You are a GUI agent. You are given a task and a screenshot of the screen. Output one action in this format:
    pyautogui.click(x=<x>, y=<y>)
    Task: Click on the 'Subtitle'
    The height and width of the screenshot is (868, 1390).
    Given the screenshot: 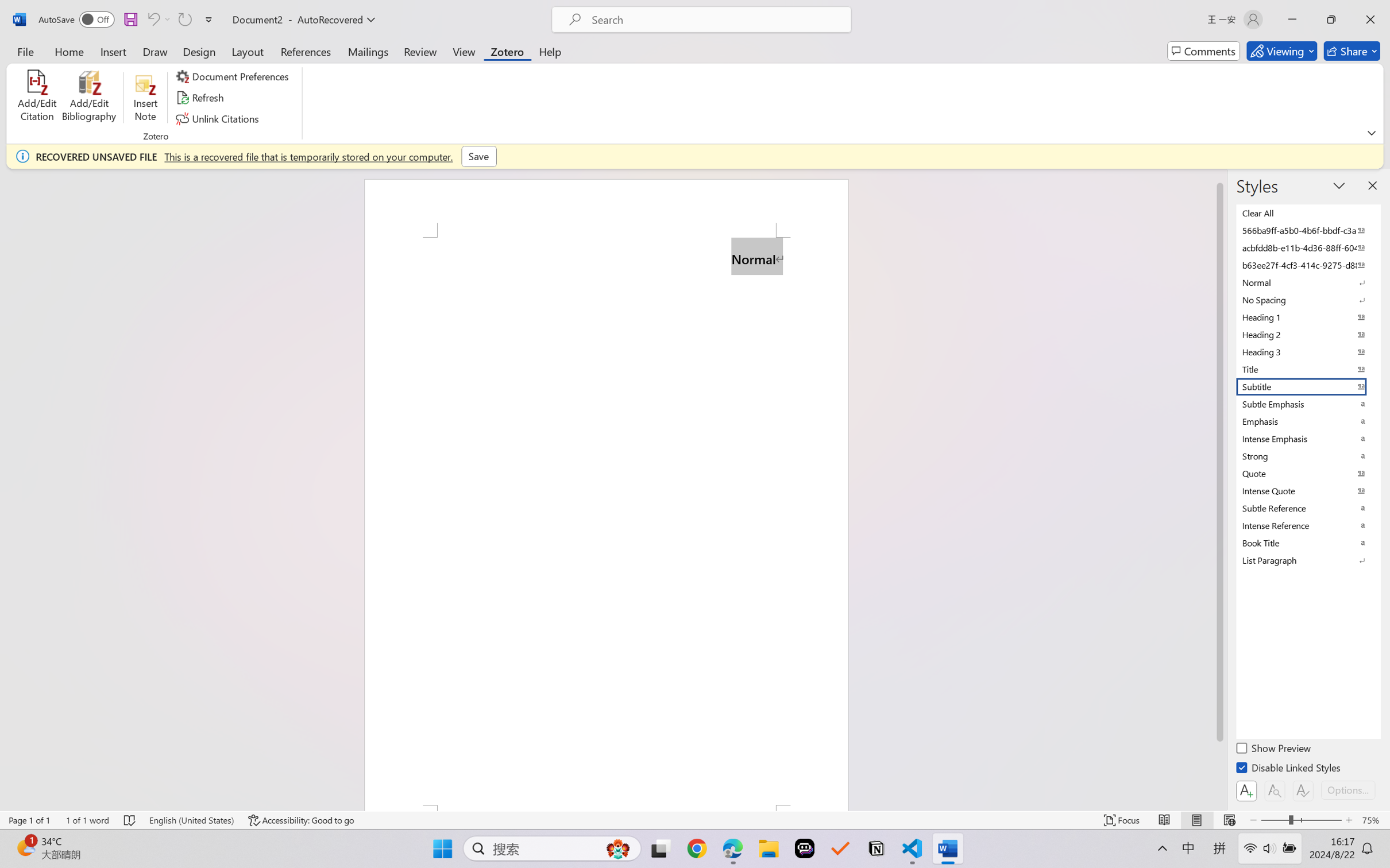 What is the action you would take?
    pyautogui.click(x=1307, y=386)
    